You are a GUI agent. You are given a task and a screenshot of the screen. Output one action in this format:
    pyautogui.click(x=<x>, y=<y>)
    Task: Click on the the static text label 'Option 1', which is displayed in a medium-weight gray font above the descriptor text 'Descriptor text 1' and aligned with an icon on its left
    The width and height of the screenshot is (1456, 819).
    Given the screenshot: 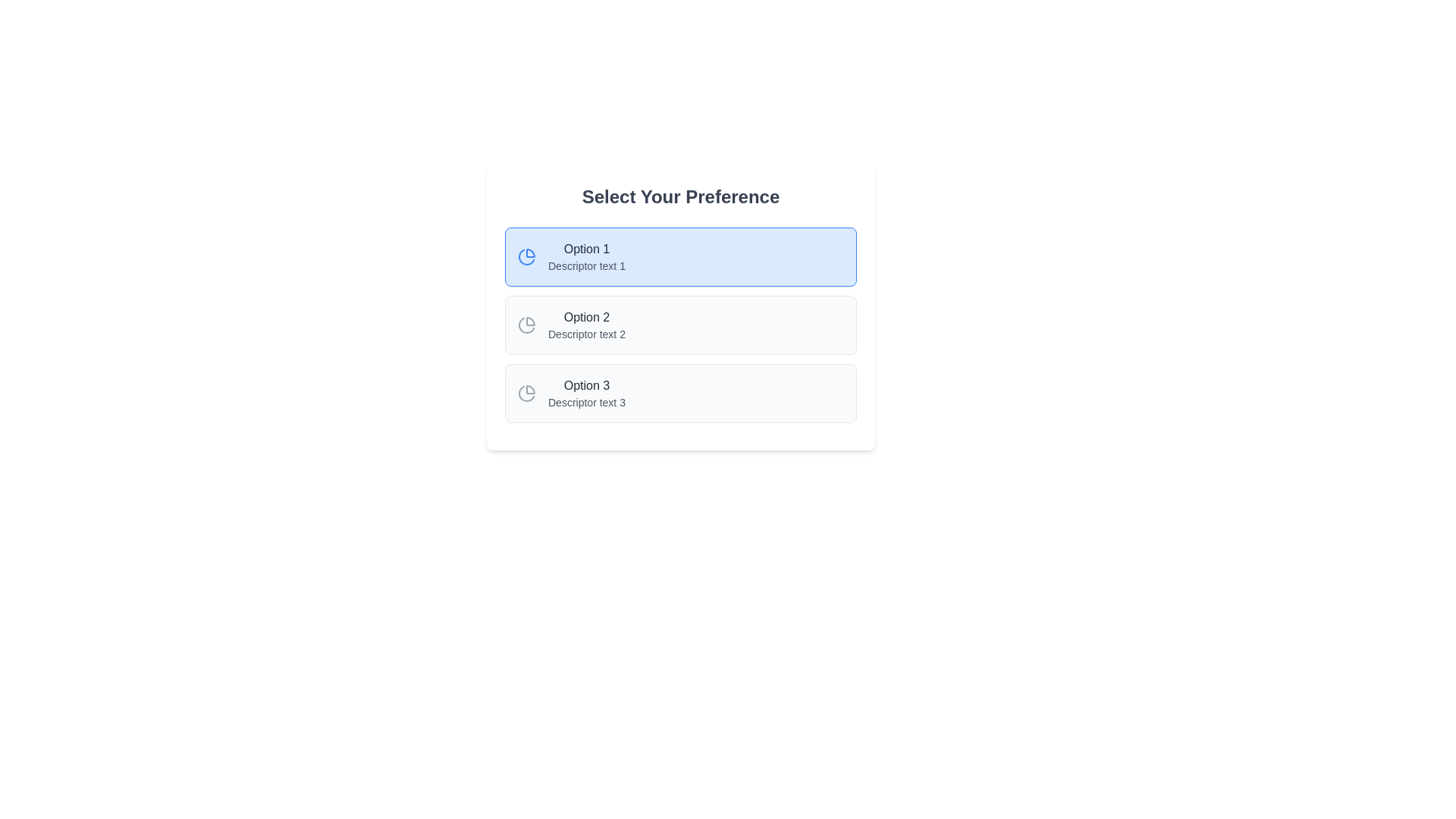 What is the action you would take?
    pyautogui.click(x=585, y=248)
    